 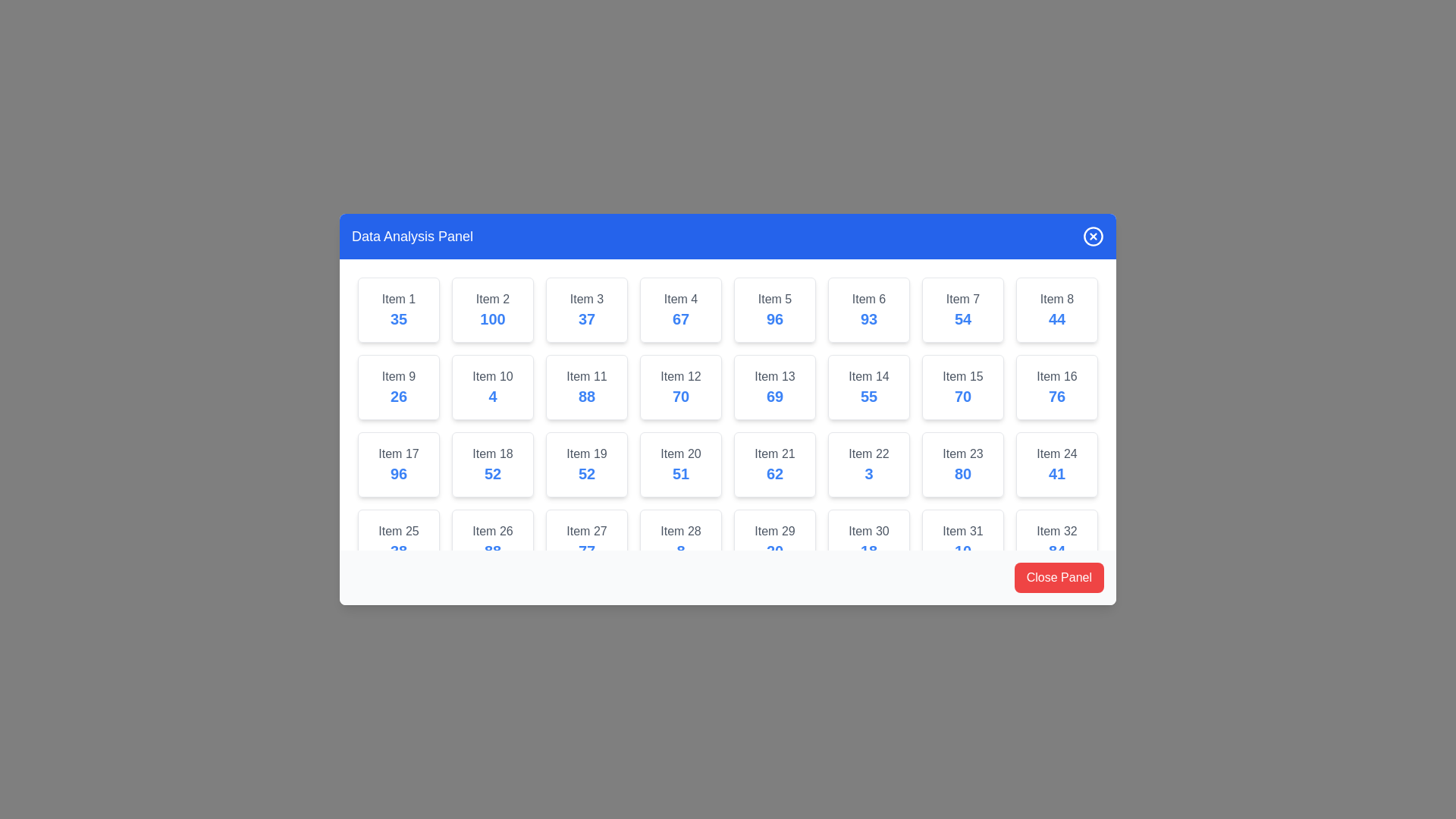 I want to click on the item labeled 'Item 1', so click(x=399, y=309).